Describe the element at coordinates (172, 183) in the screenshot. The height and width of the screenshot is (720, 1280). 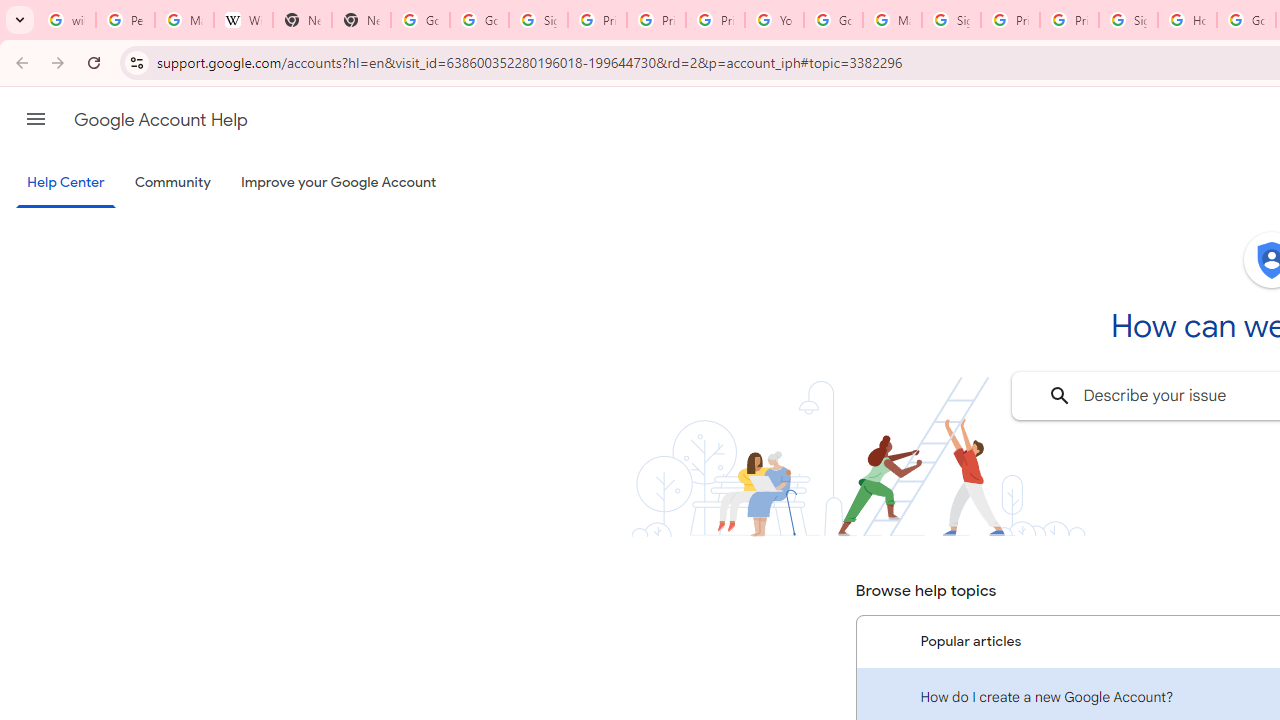
I see `'Community'` at that location.